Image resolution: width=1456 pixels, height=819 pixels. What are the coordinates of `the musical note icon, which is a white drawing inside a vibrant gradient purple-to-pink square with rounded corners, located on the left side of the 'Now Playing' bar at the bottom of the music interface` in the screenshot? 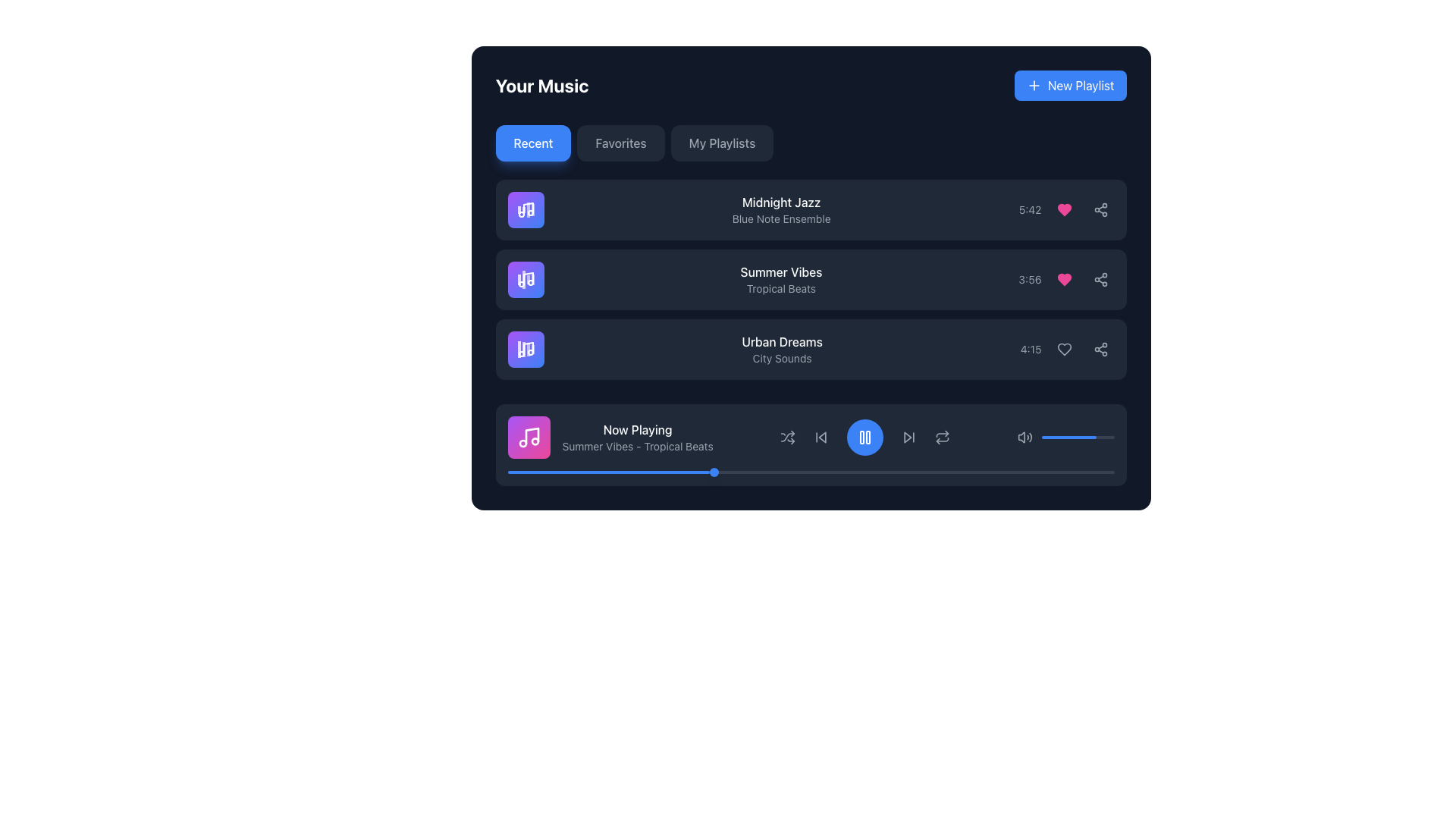 It's located at (529, 438).